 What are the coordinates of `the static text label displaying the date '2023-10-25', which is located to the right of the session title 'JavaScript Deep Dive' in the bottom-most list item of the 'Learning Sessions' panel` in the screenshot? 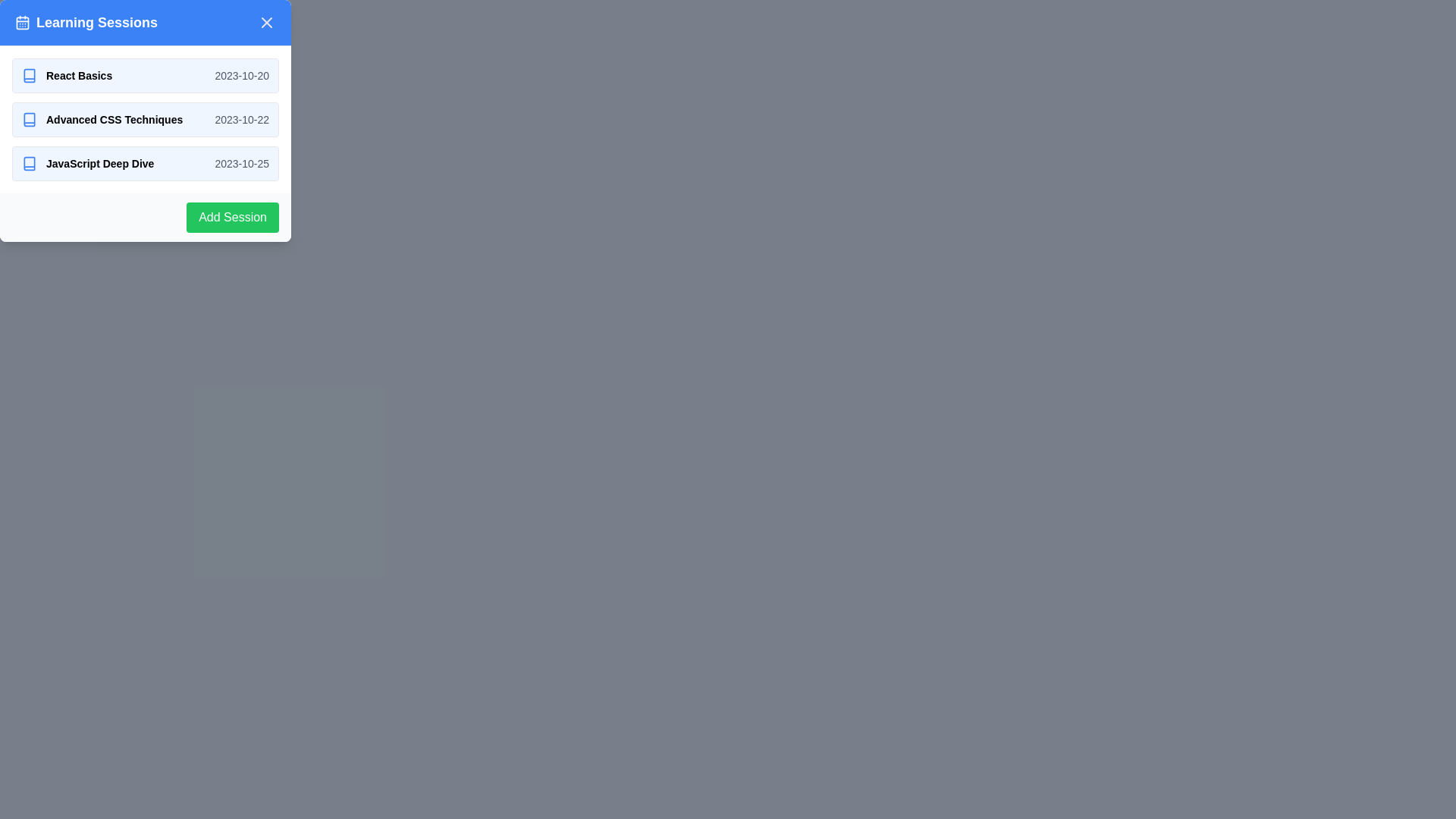 It's located at (241, 164).